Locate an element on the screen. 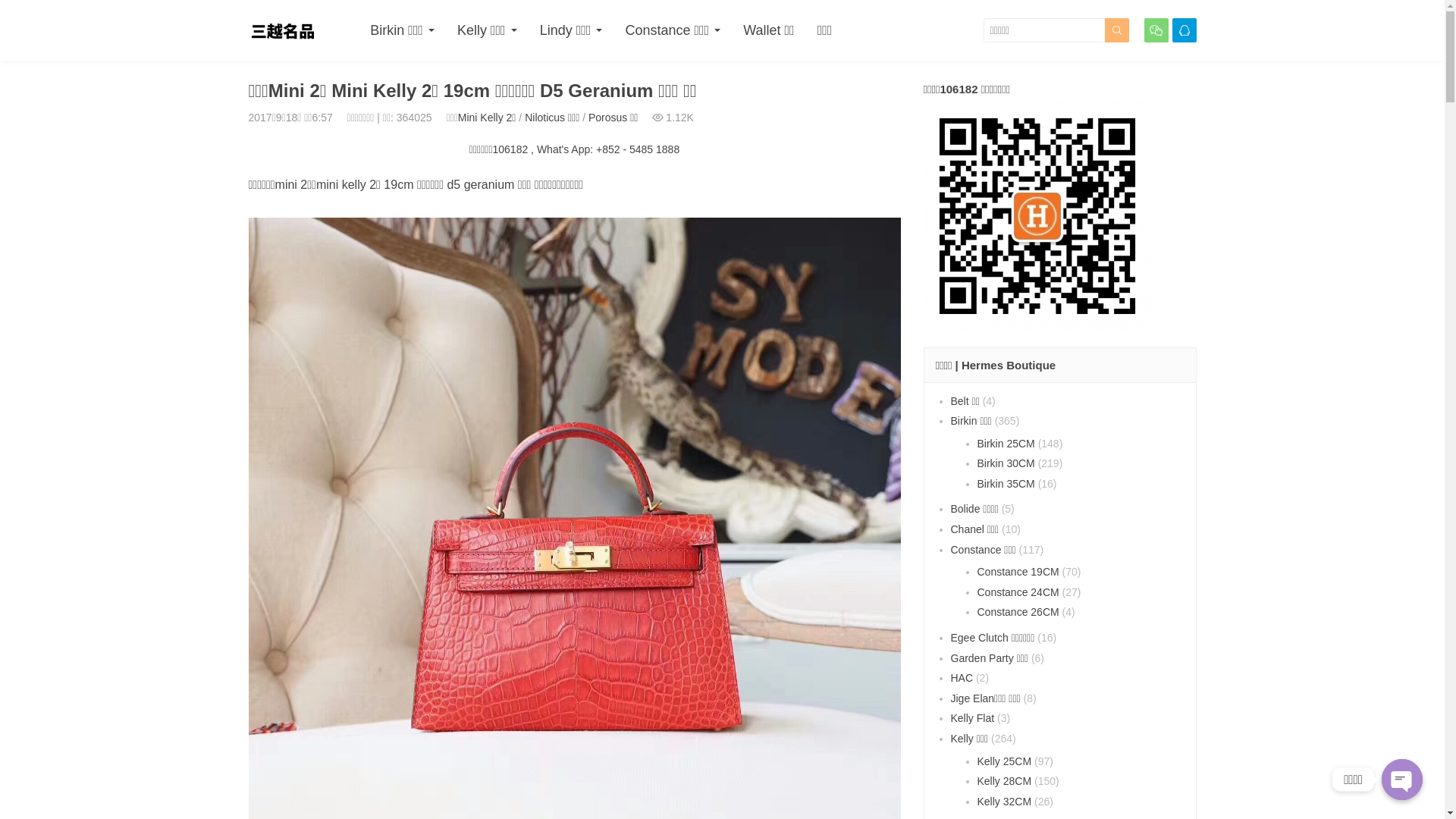 Image resolution: width=1456 pixels, height=819 pixels. 'HAC' is located at coordinates (961, 677).